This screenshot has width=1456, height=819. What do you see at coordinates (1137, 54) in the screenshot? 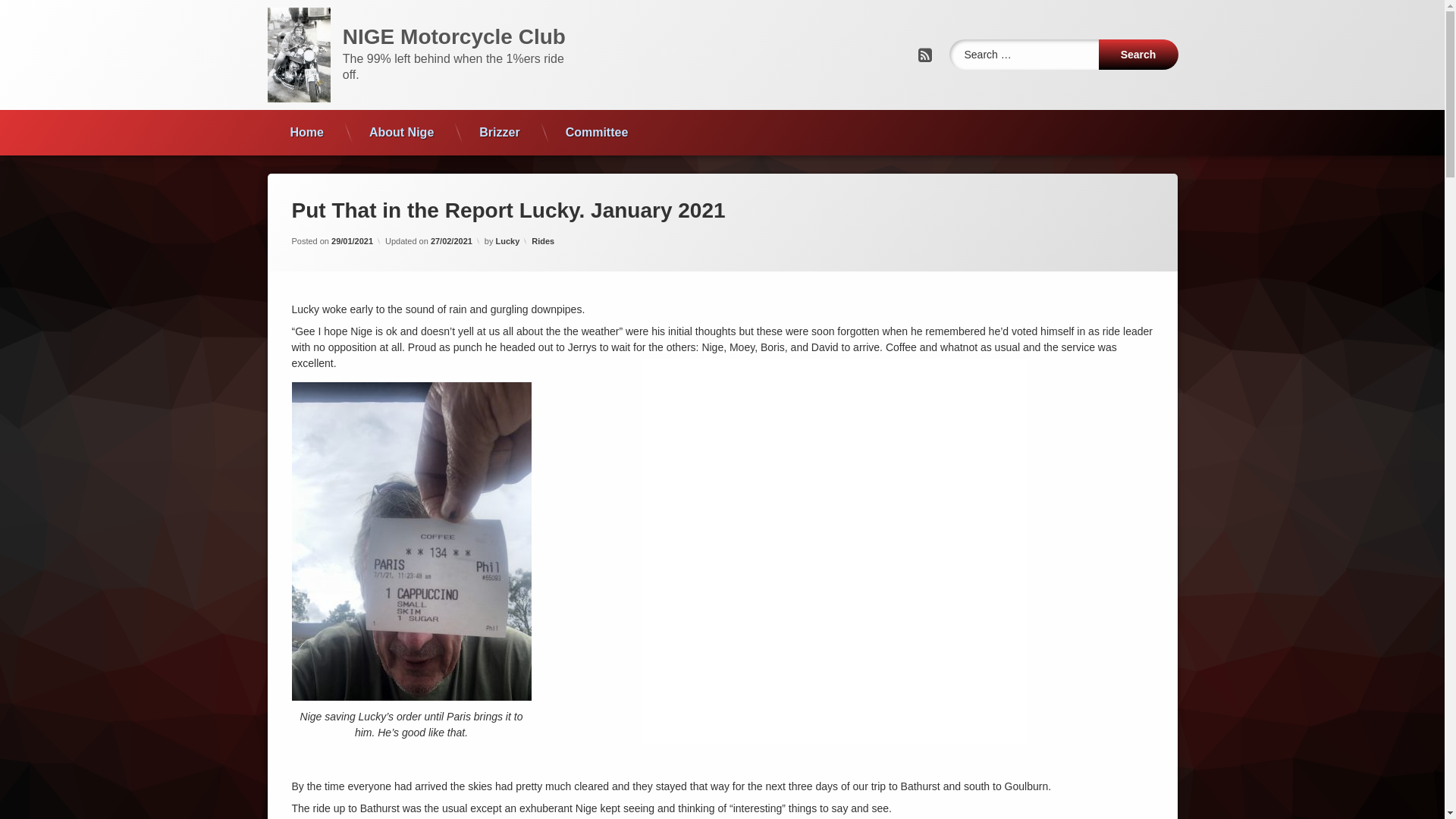
I see `'Search'` at bounding box center [1137, 54].